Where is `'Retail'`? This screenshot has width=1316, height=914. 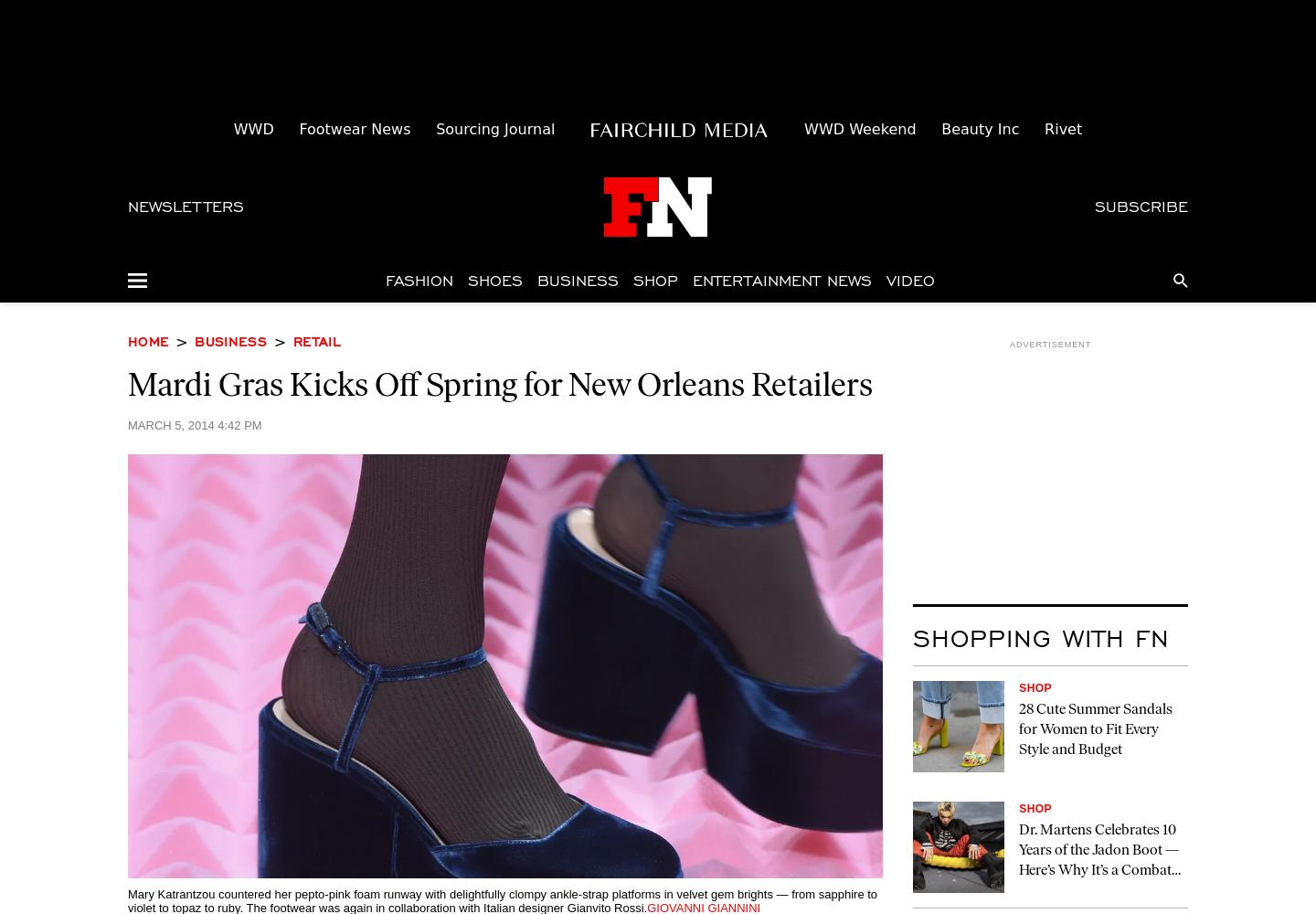 'Retail' is located at coordinates (316, 341).